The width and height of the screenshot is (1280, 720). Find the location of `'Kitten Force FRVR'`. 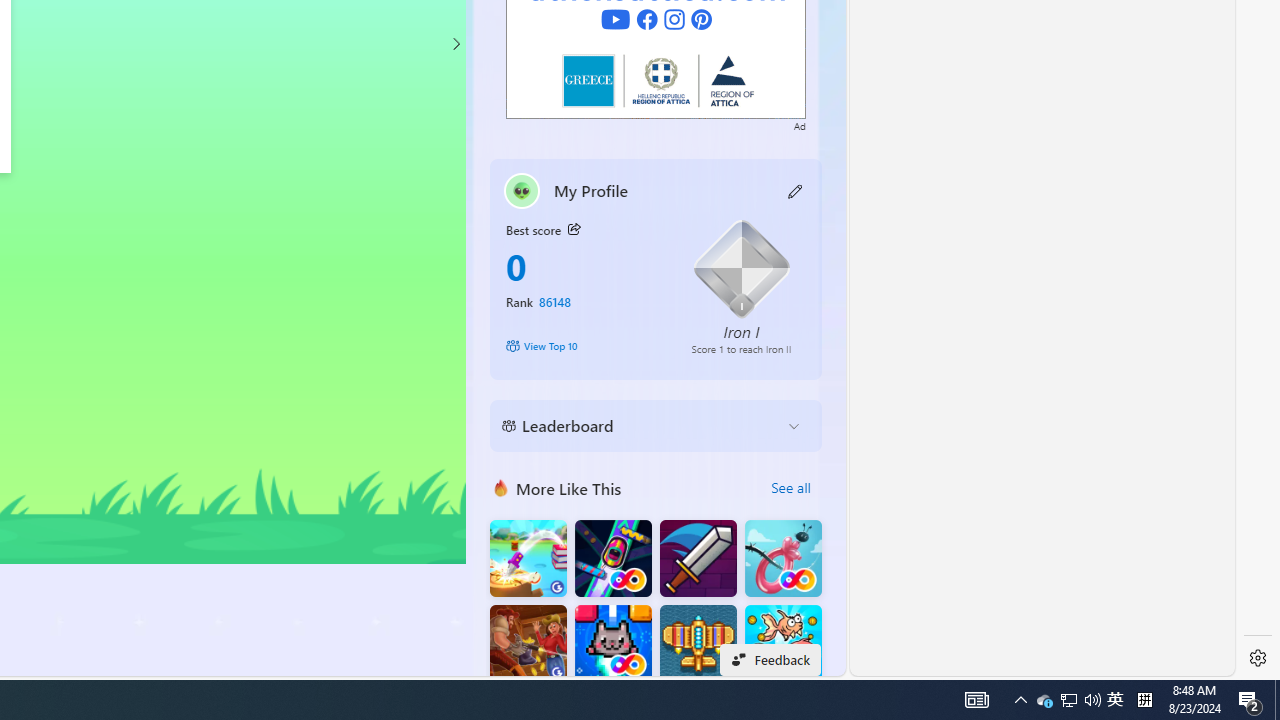

'Kitten Force FRVR' is located at coordinates (612, 643).